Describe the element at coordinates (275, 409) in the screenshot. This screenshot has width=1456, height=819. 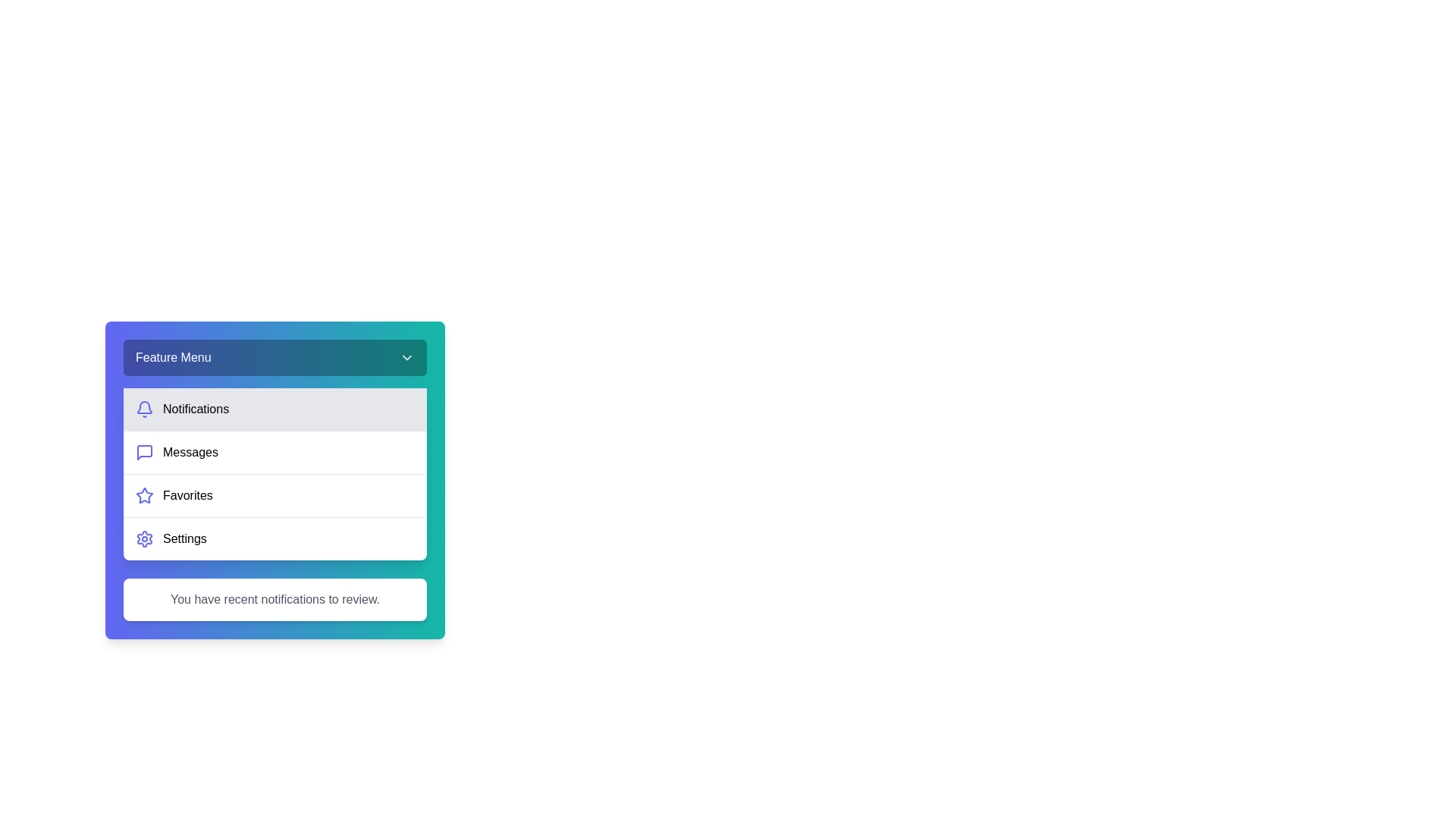
I see `the 'Notifications' menu item located directly below the 'Feature Menu' title` at that location.